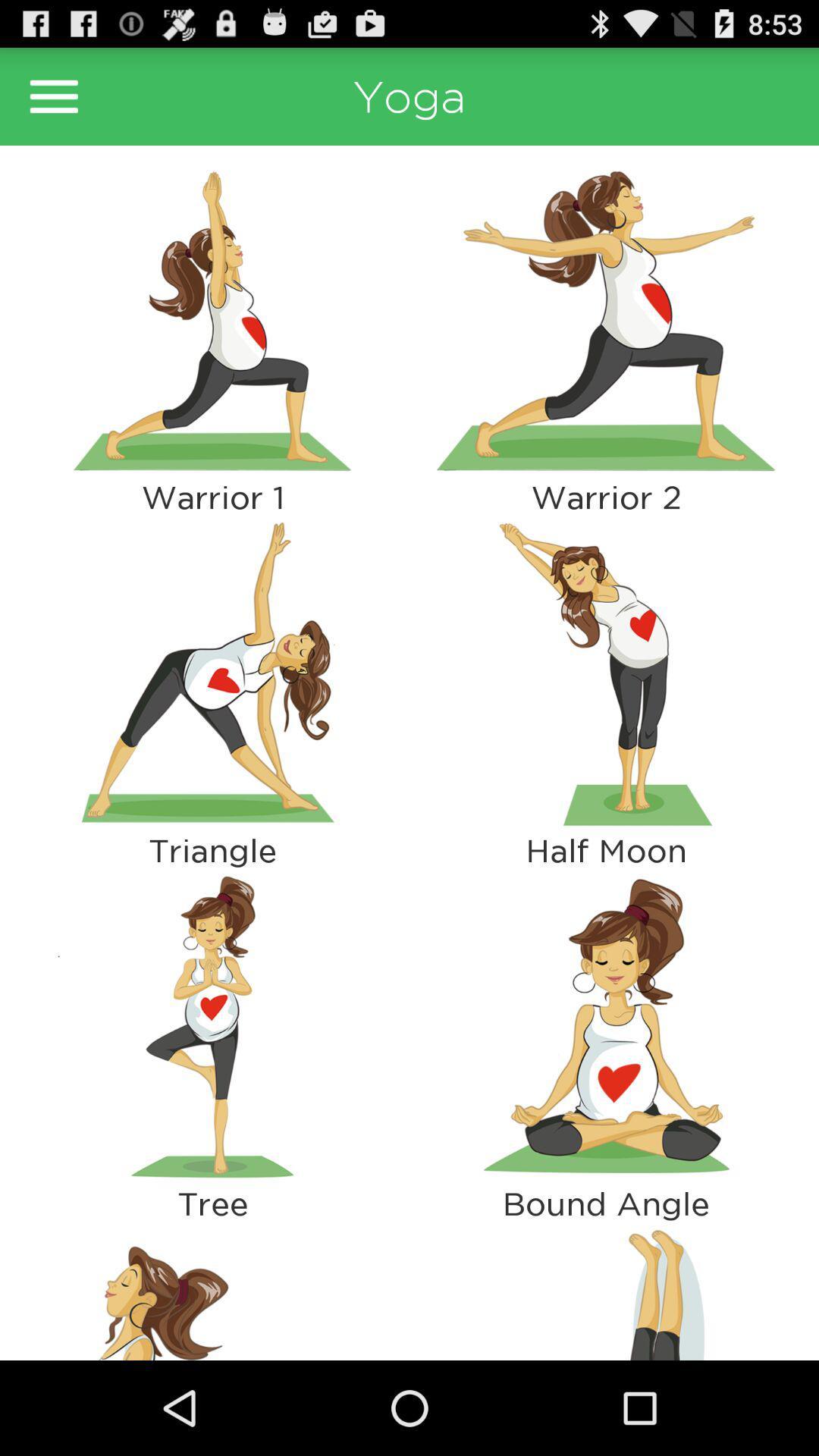 Image resolution: width=819 pixels, height=1456 pixels. I want to click on the app next to warrior 2 item, so click(212, 673).